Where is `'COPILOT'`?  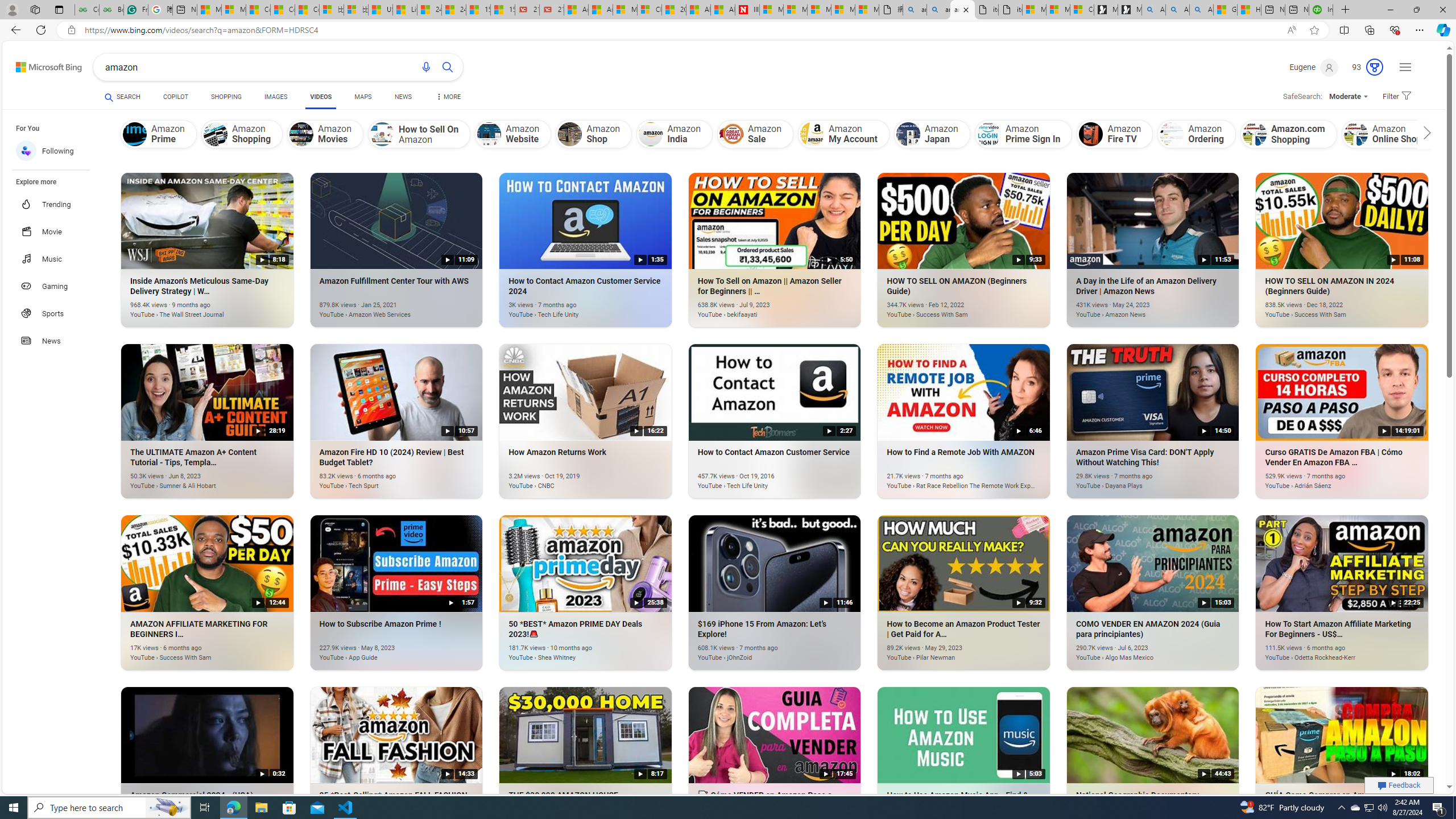 'COPILOT' is located at coordinates (175, 96).